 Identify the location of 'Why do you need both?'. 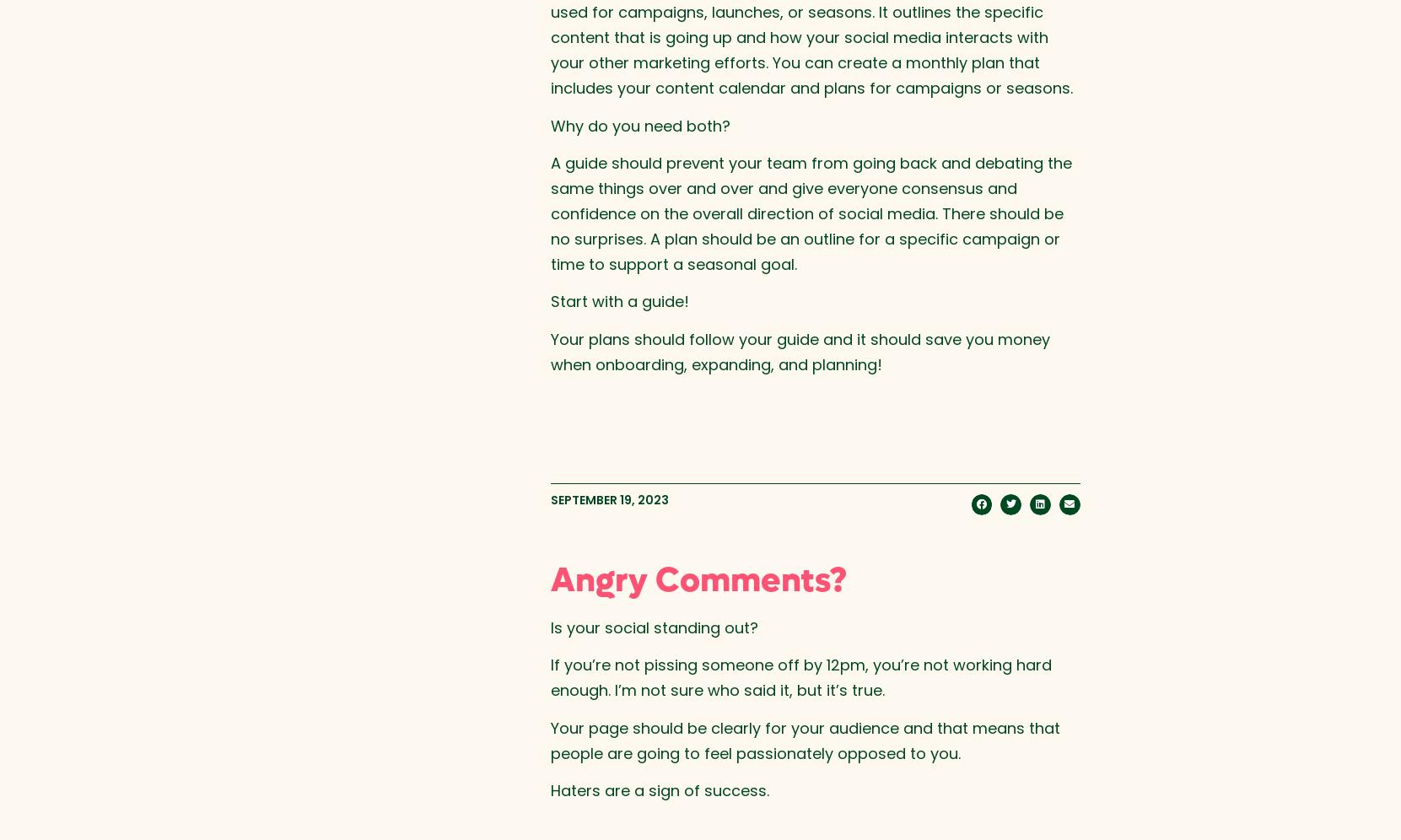
(549, 124).